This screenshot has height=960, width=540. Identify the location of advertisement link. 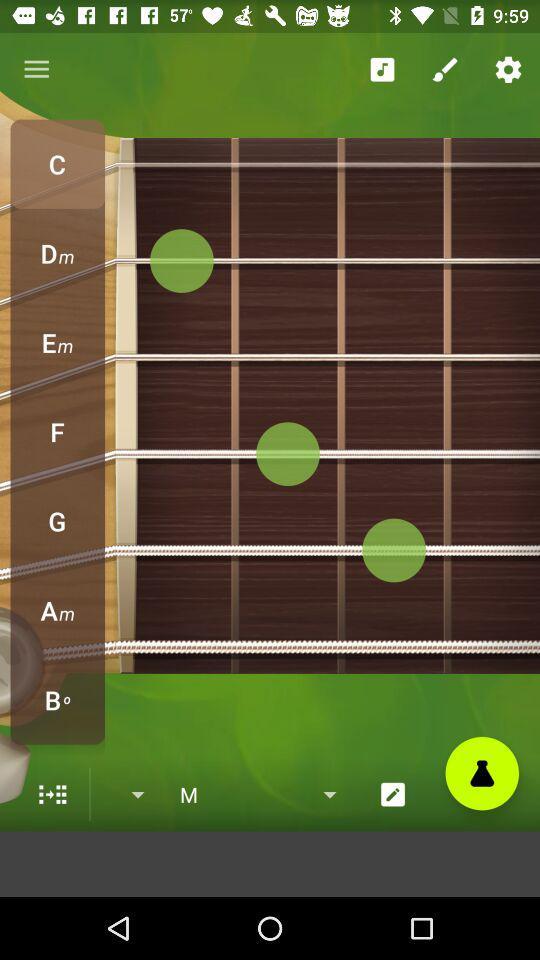
(270, 863).